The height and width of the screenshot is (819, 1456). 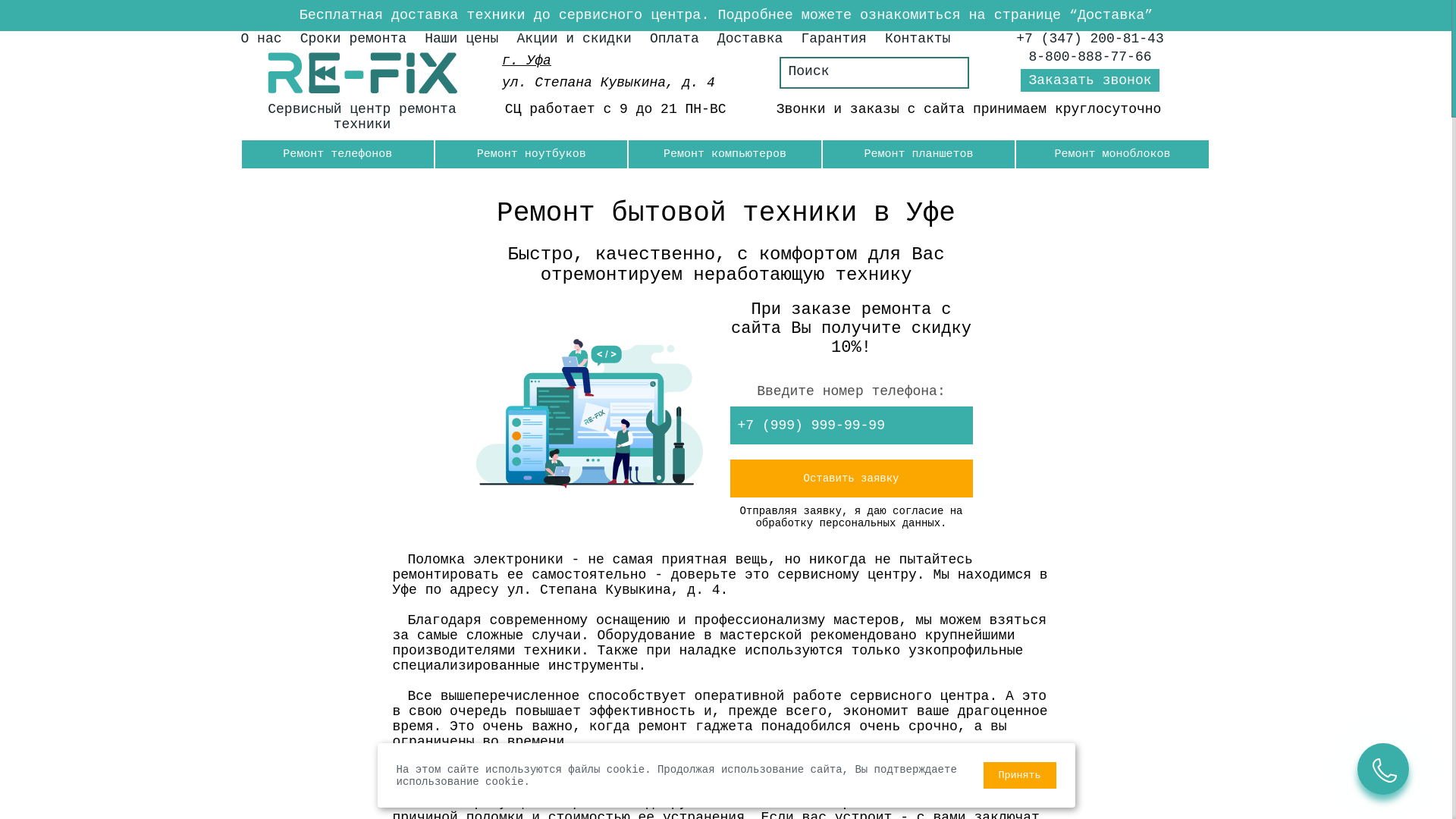 What do you see at coordinates (1088, 37) in the screenshot?
I see `'+7 (347) 200-81-43'` at bounding box center [1088, 37].